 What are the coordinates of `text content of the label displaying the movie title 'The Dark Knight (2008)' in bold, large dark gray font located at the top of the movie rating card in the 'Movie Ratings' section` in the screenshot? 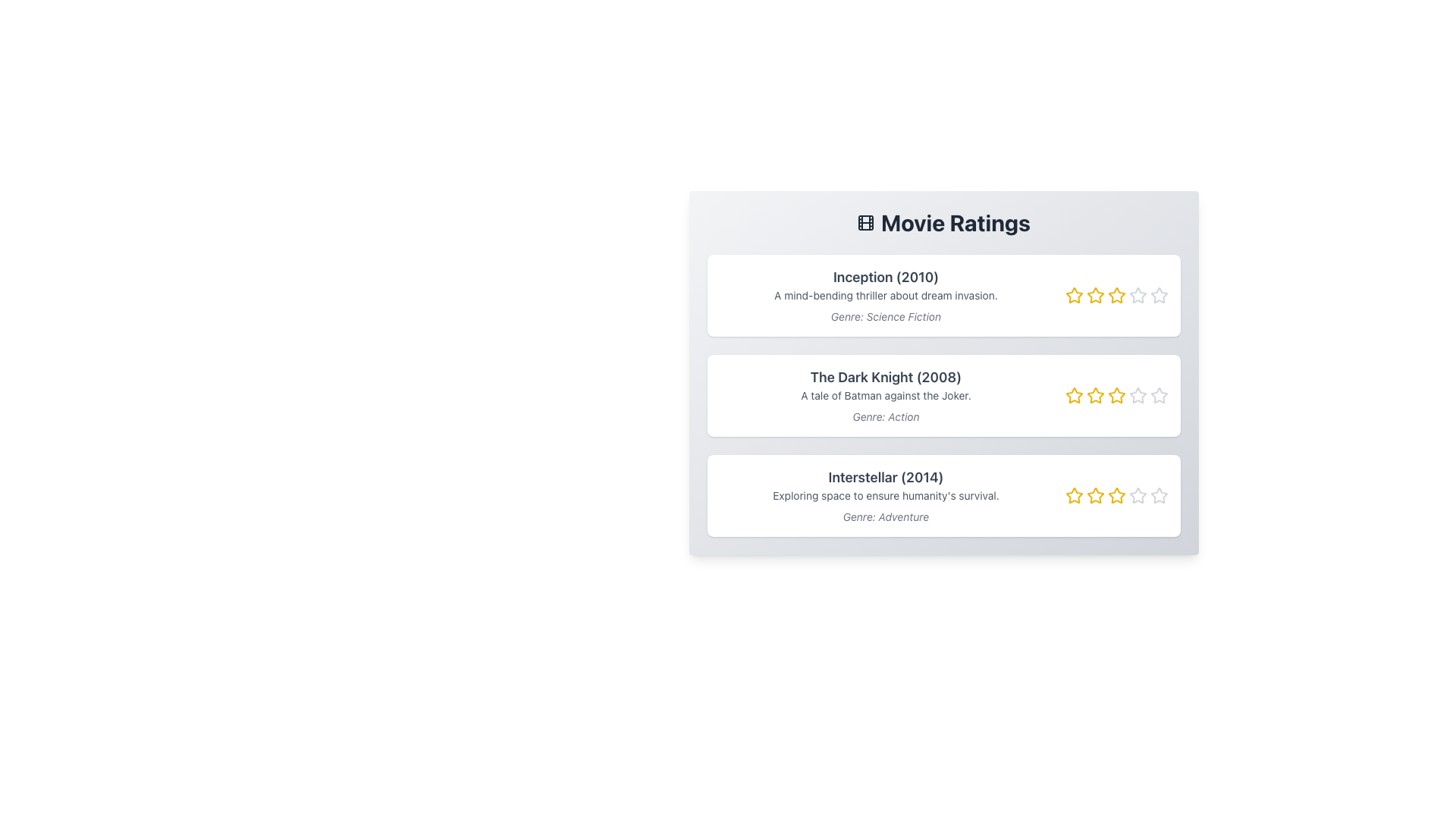 It's located at (886, 376).